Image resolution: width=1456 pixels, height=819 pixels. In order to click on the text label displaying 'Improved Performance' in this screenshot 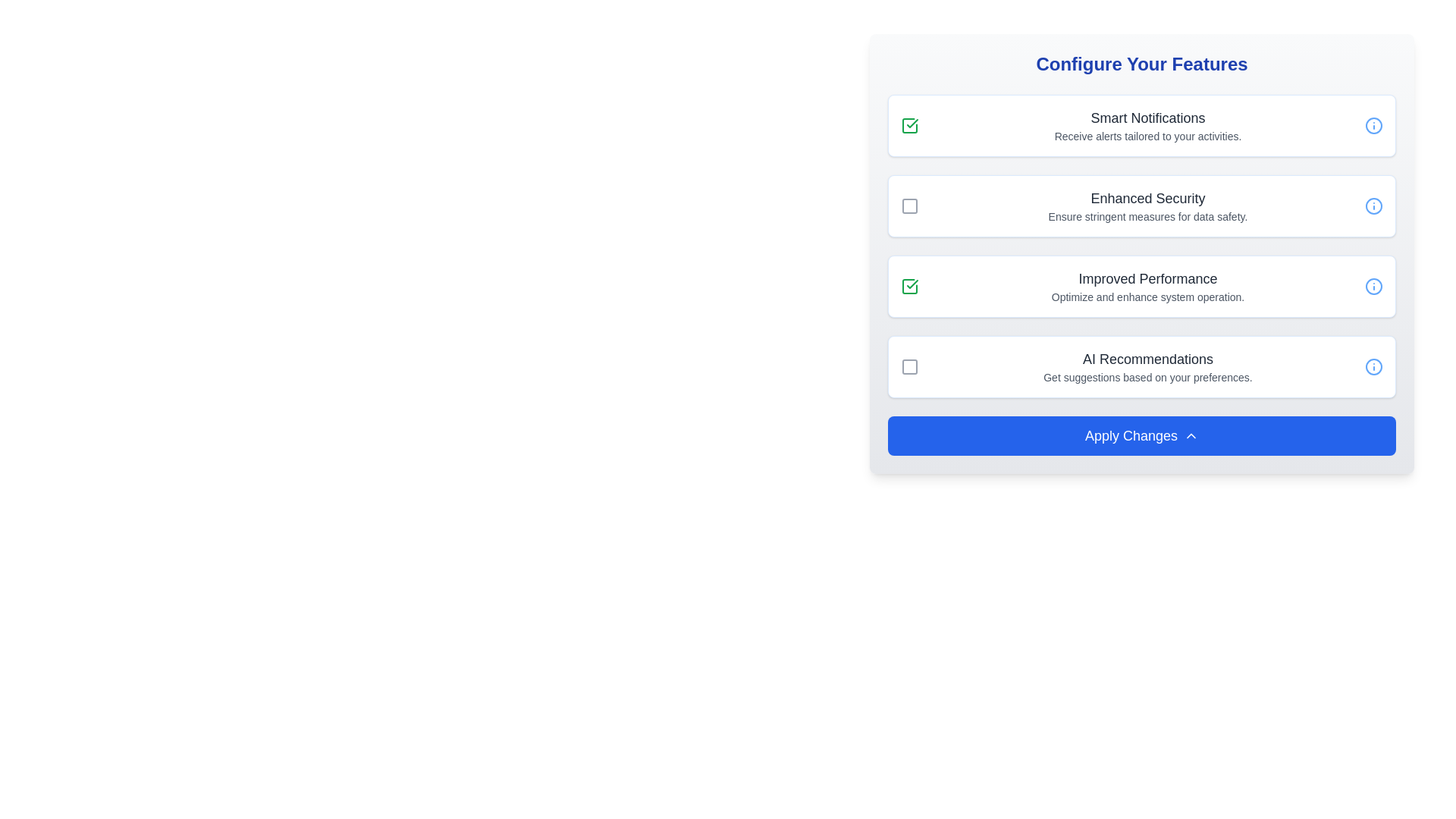, I will do `click(1147, 278)`.